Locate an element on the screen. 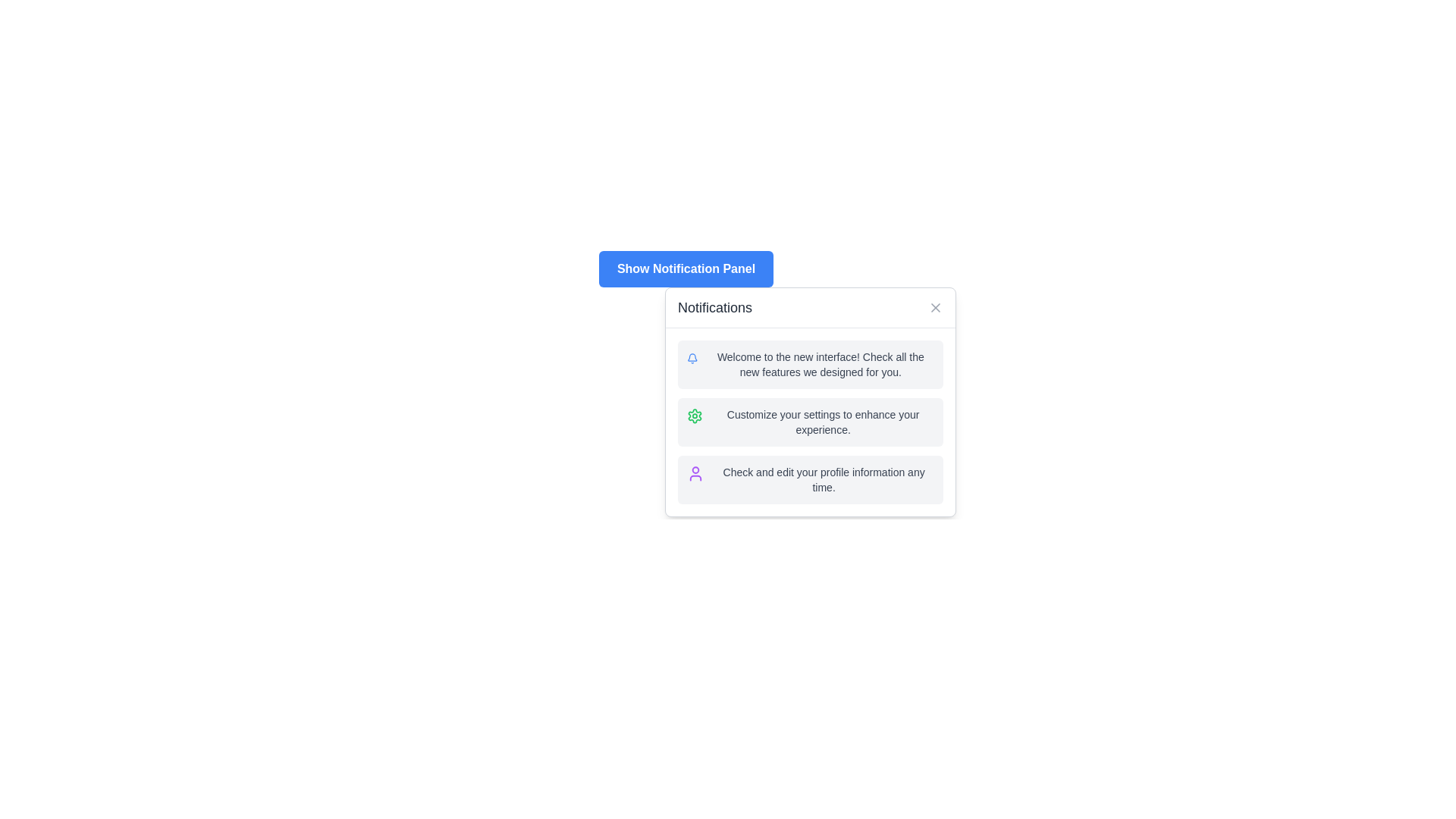 This screenshot has width=1456, height=819. the user profile icon located to the left within the notification card containing the message 'Check and edit your profile information any time.' is located at coordinates (695, 472).